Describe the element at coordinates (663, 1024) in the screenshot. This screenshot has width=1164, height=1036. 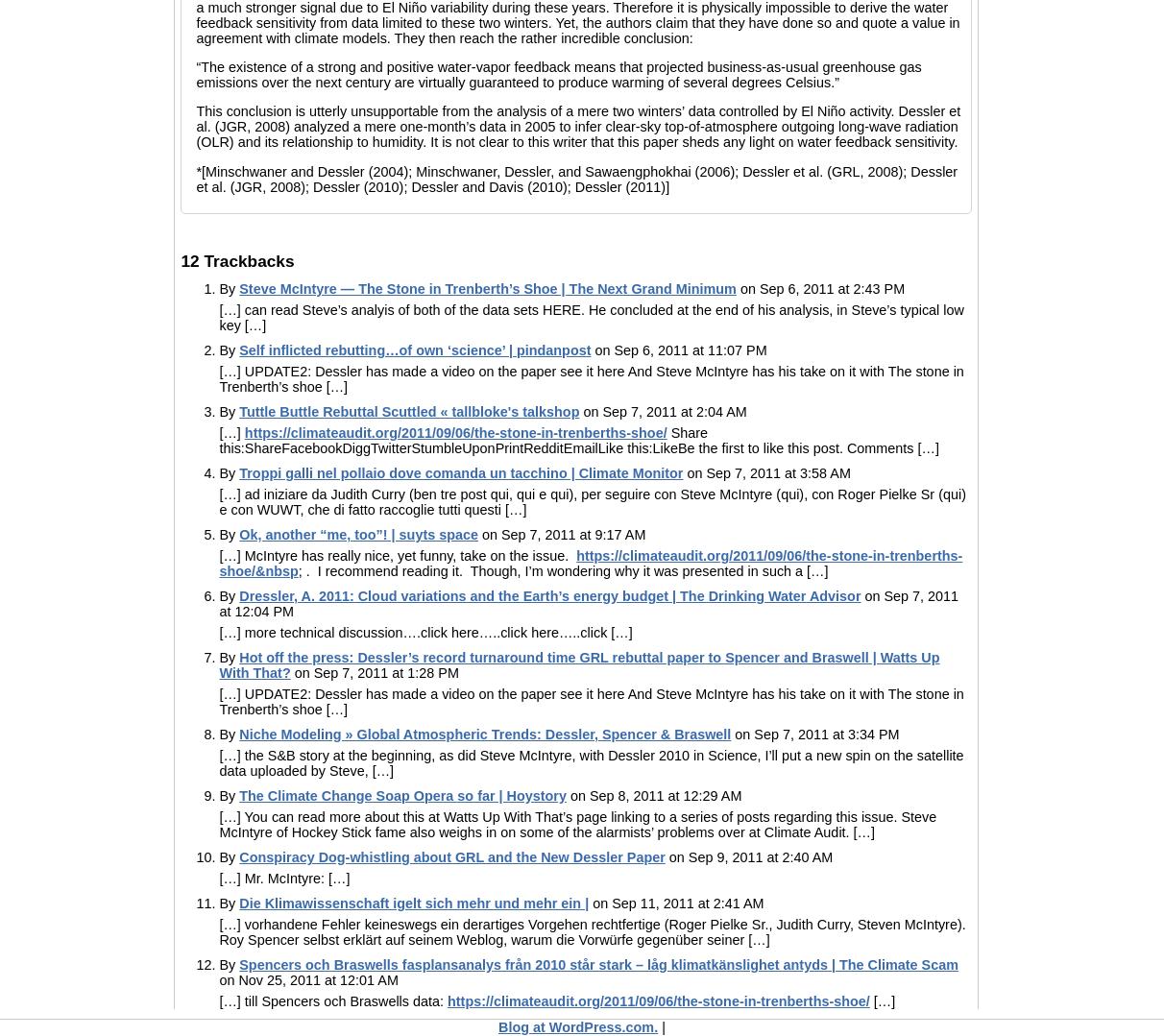
I see `'|'` at that location.